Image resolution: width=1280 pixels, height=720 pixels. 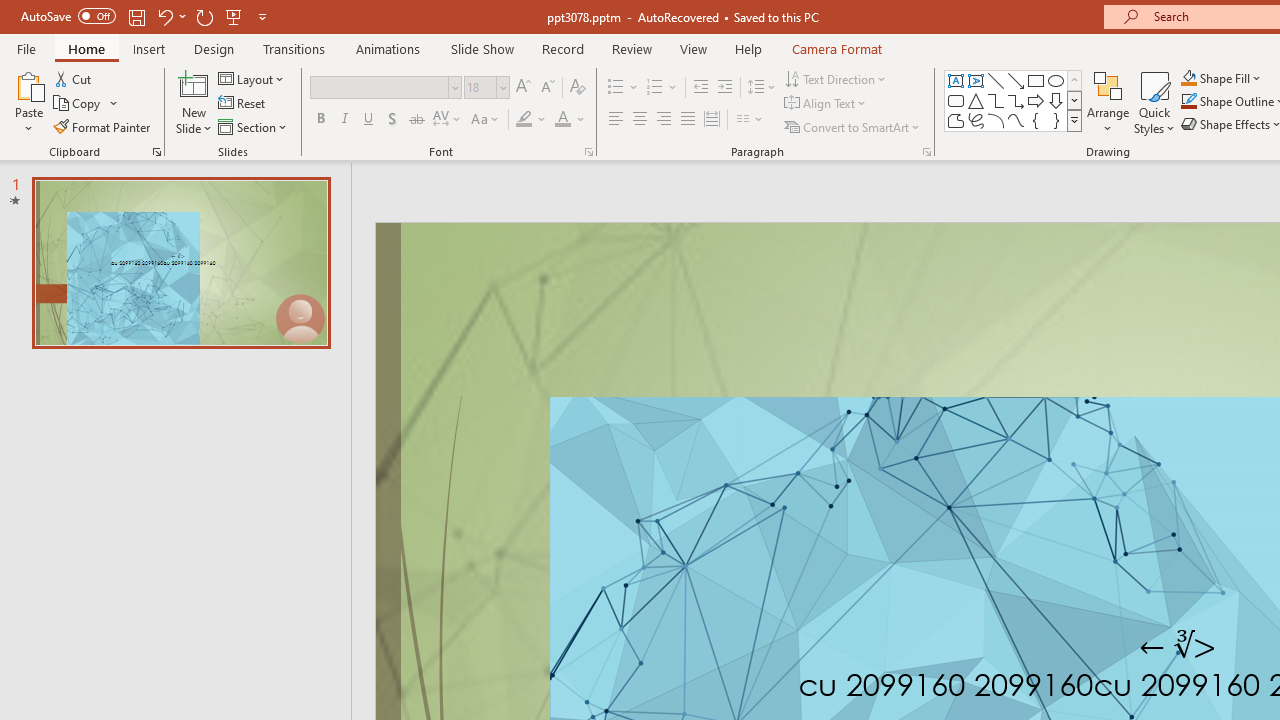 What do you see at coordinates (1036, 100) in the screenshot?
I see `'Arrow: Right'` at bounding box center [1036, 100].